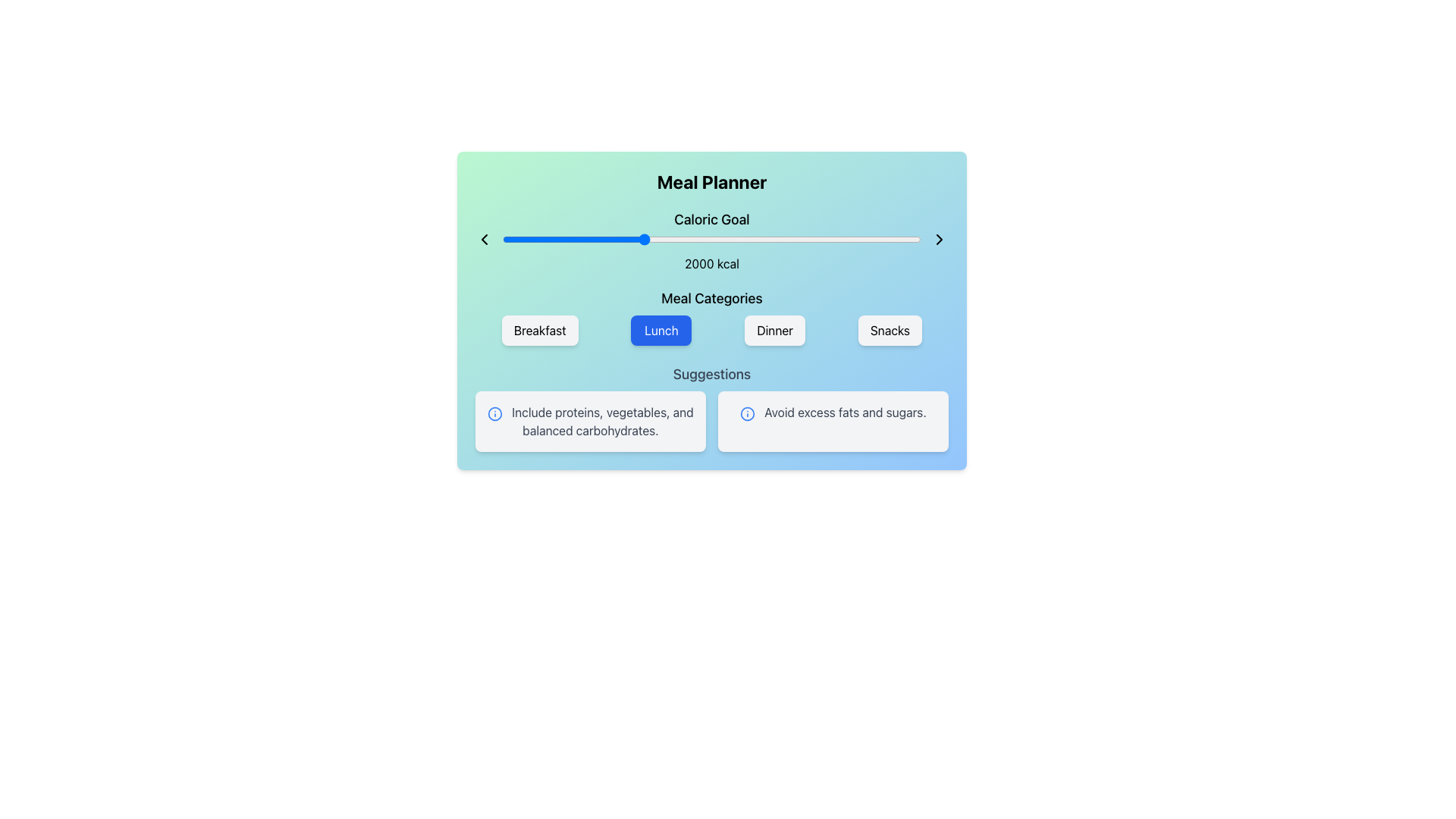 Image resolution: width=1456 pixels, height=819 pixels. I want to click on 'Lunch' button within the 'Meal Categories' button group, which is highlighted with a blue background and positioned below the header in the 'Meal Planner' section, so click(711, 315).